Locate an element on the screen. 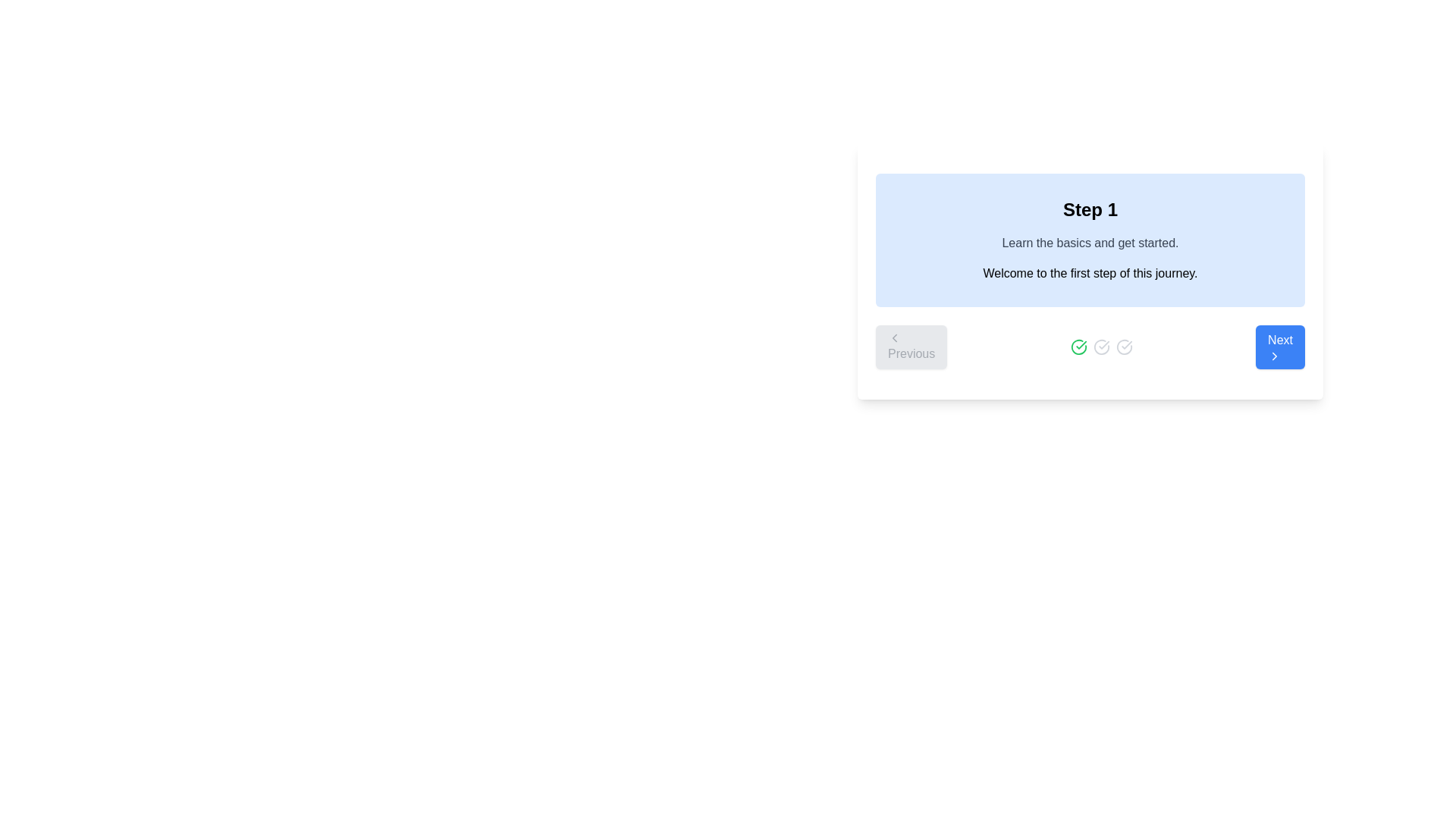 The image size is (1456, 819). instructional text that provides context for the heading 'Step 1', located centrally within the highlighted blue box is located at coordinates (1090, 242).